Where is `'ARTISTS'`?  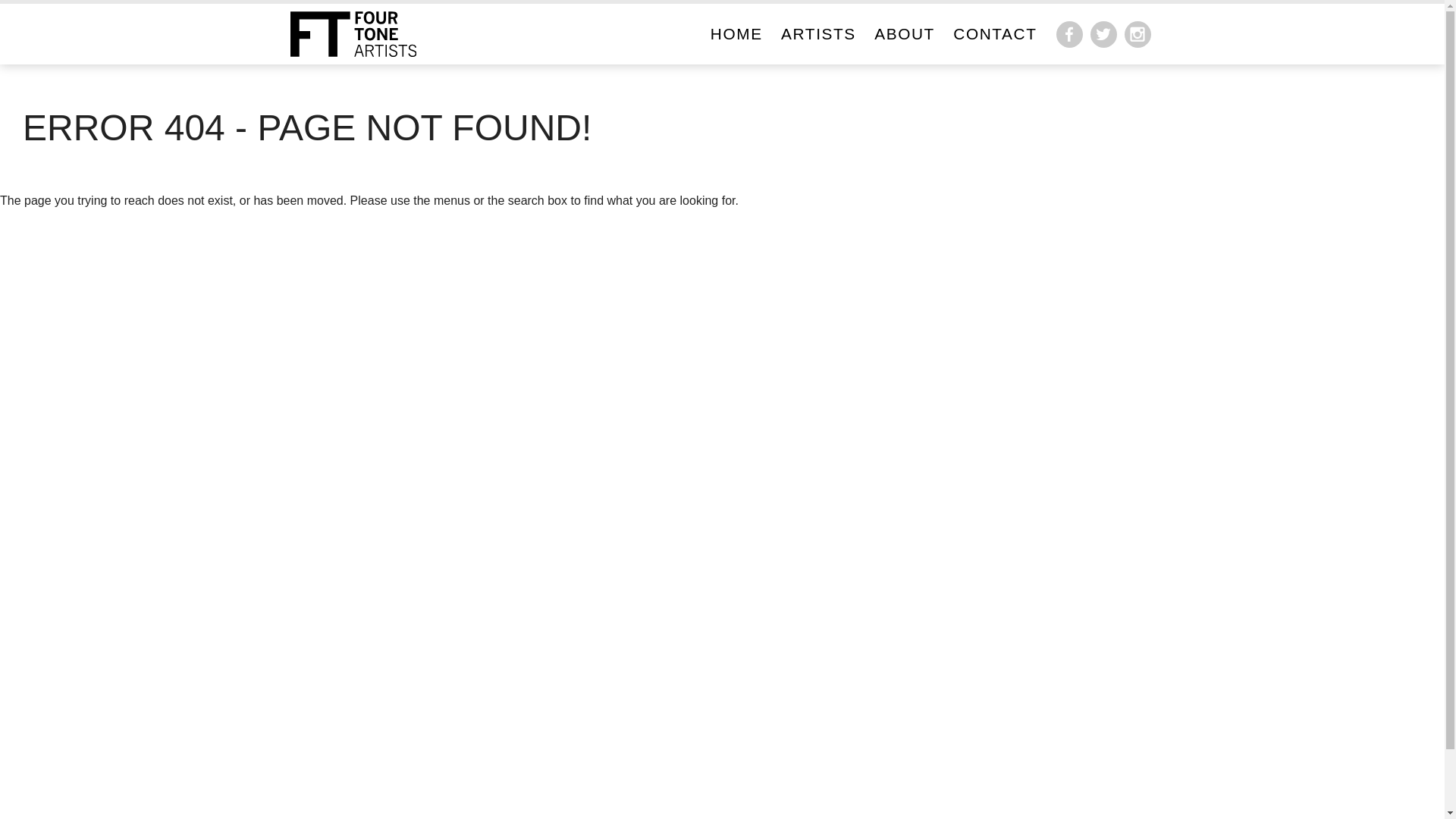 'ARTISTS' is located at coordinates (773, 33).